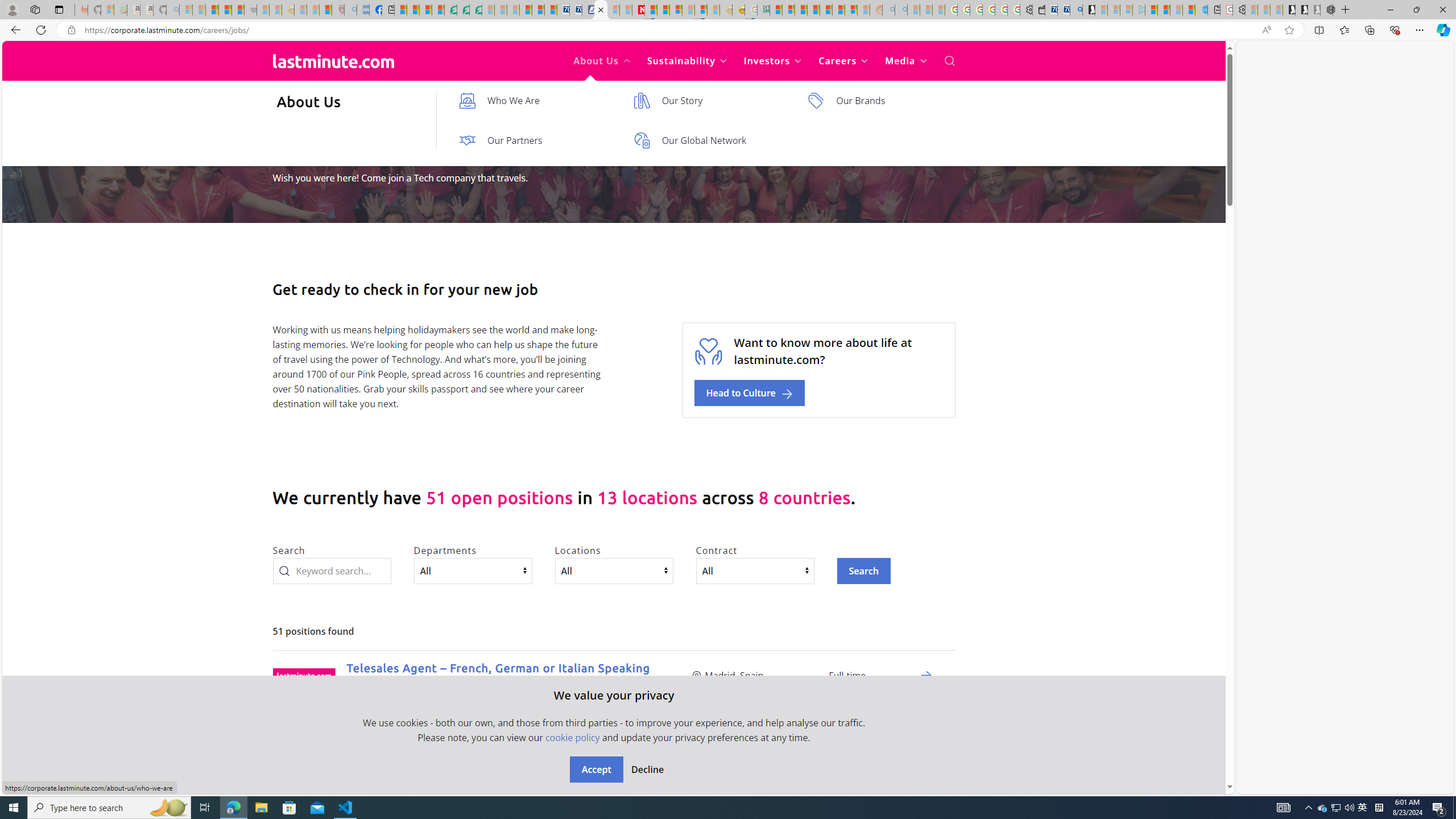 The width and height of the screenshot is (1456, 819). I want to click on 'Microsoft Start Gaming', so click(1087, 9).